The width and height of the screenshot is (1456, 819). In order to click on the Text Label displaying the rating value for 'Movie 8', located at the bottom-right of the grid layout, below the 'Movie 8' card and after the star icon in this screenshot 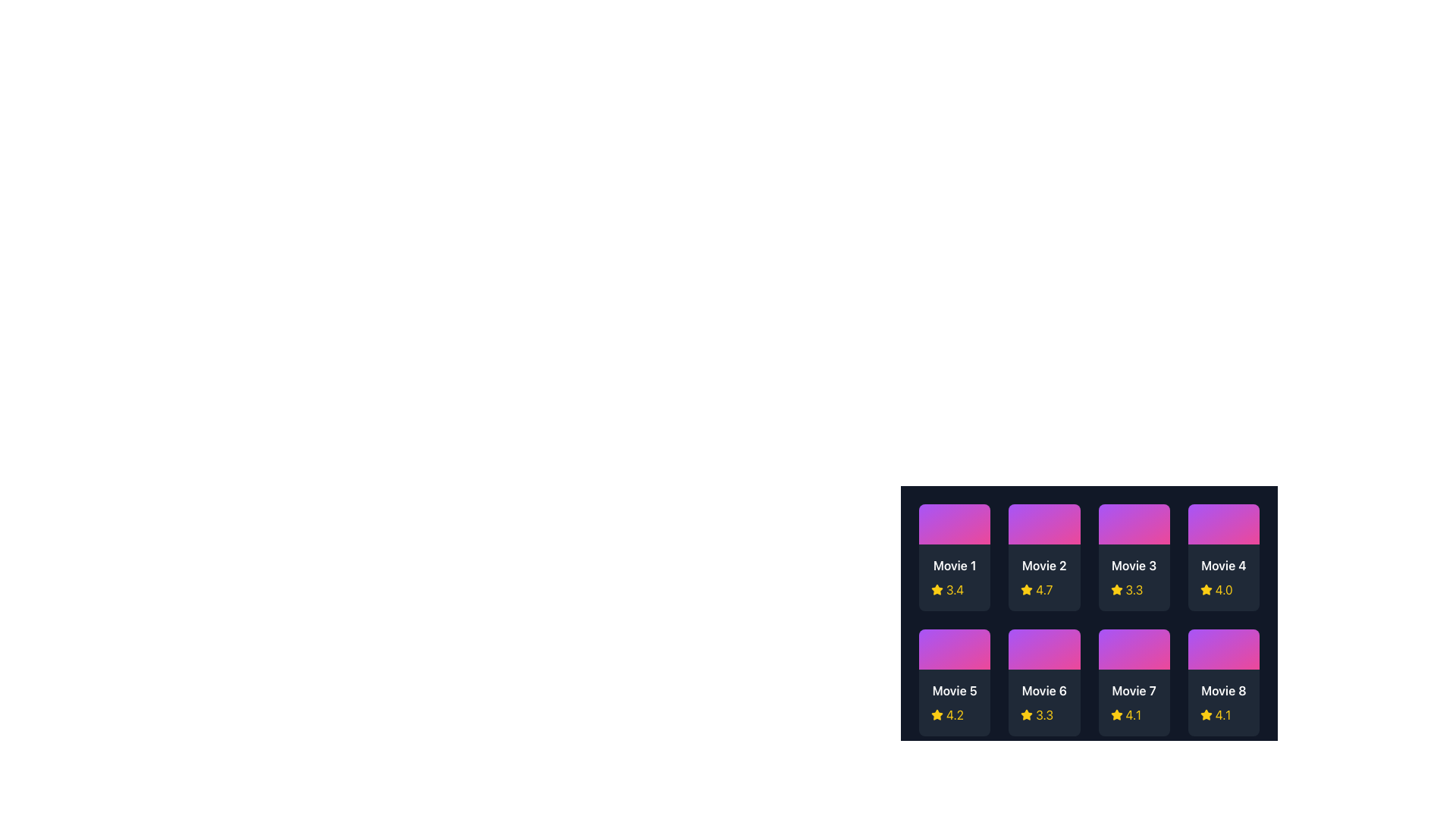, I will do `click(1222, 715)`.